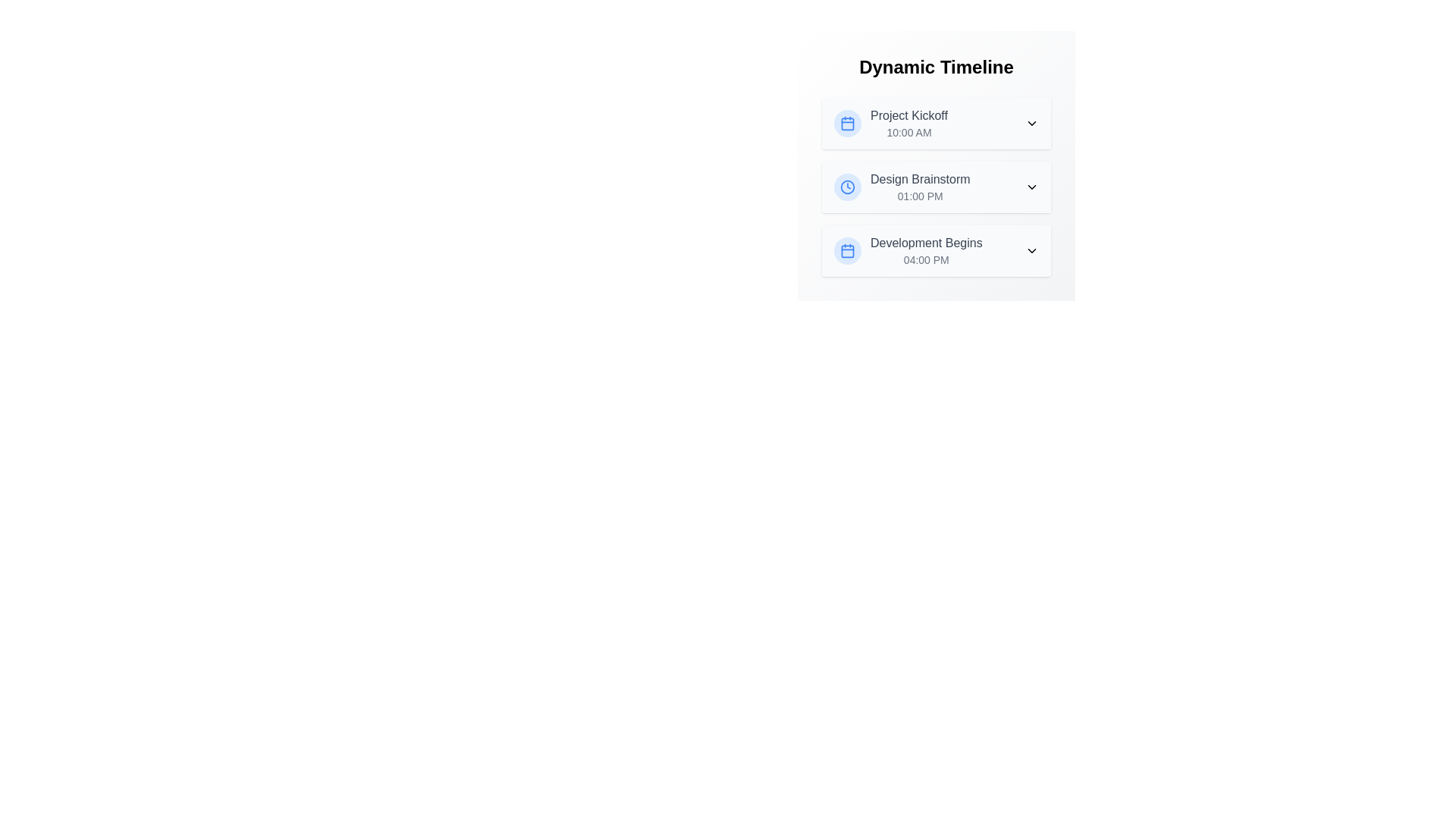 Image resolution: width=1456 pixels, height=819 pixels. I want to click on displayed information from the text display element showing 'Development Begins' and its time '04:00 PM' in the Dynamic Timeline interface, so click(925, 250).